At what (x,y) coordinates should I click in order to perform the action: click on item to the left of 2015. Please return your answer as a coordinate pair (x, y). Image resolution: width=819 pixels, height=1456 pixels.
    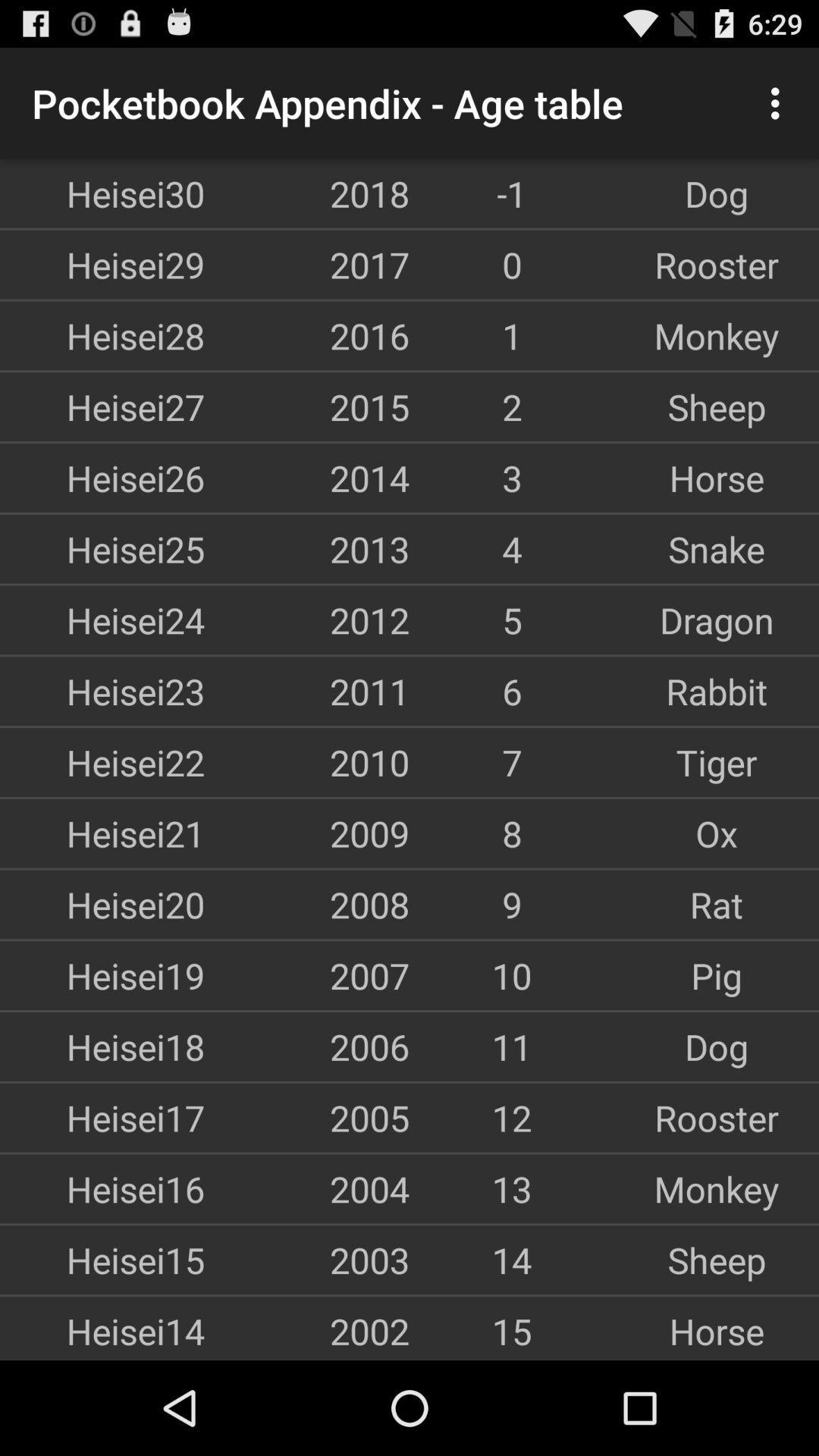
    Looking at the image, I should click on (102, 406).